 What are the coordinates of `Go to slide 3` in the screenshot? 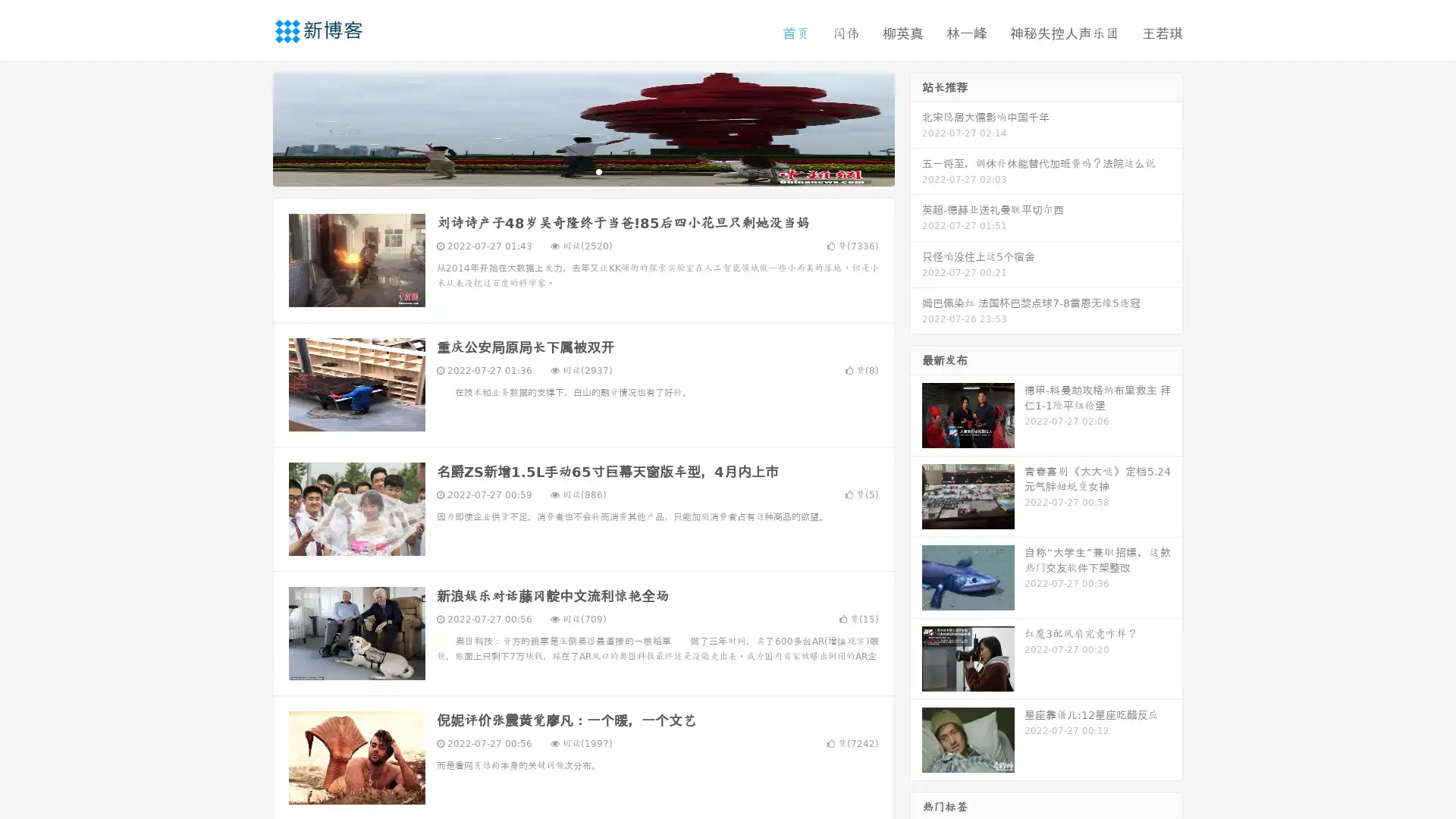 It's located at (598, 171).